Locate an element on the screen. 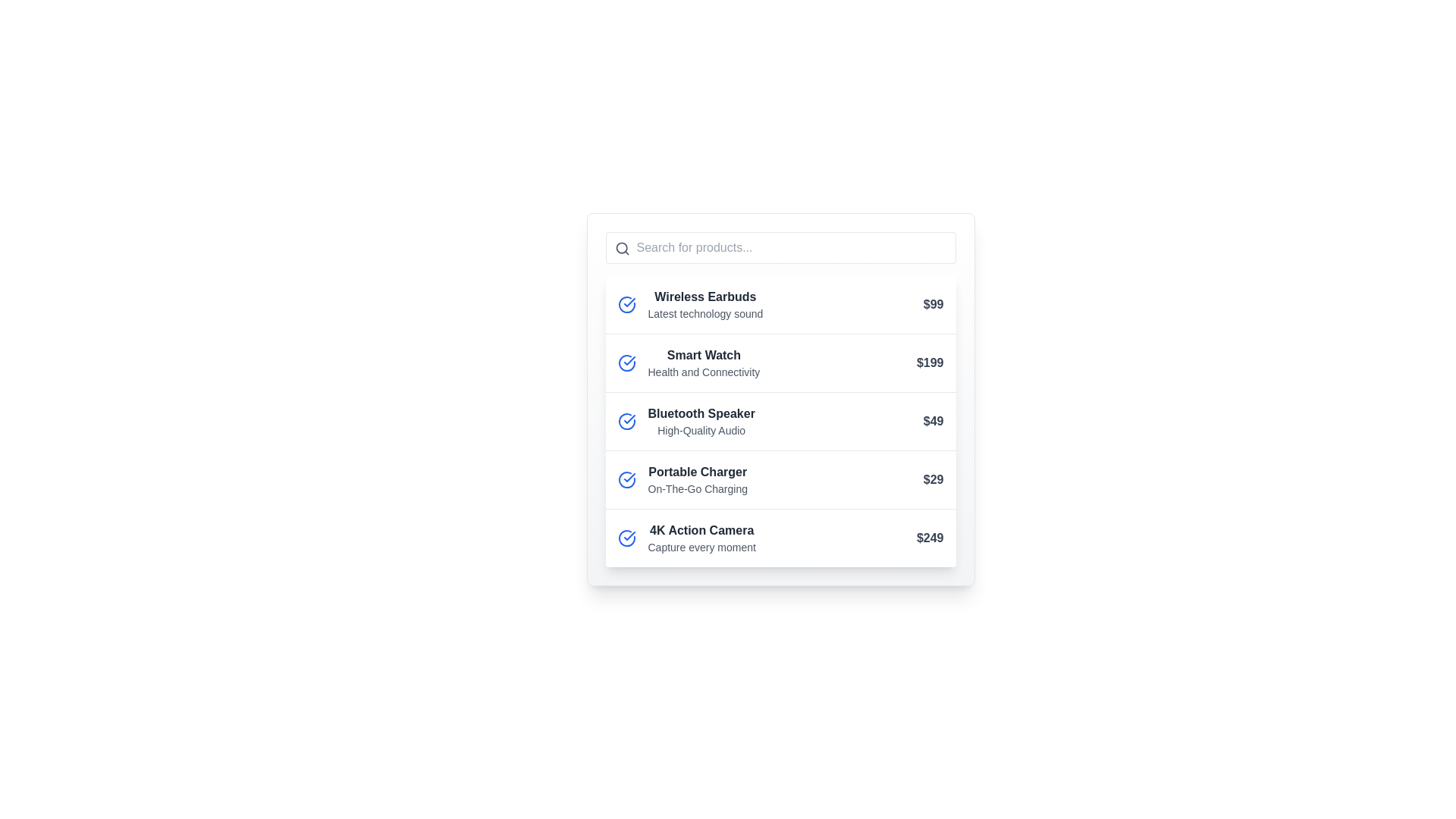 The height and width of the screenshot is (819, 1456). the List Item for 'Smart Watch' is located at coordinates (780, 362).